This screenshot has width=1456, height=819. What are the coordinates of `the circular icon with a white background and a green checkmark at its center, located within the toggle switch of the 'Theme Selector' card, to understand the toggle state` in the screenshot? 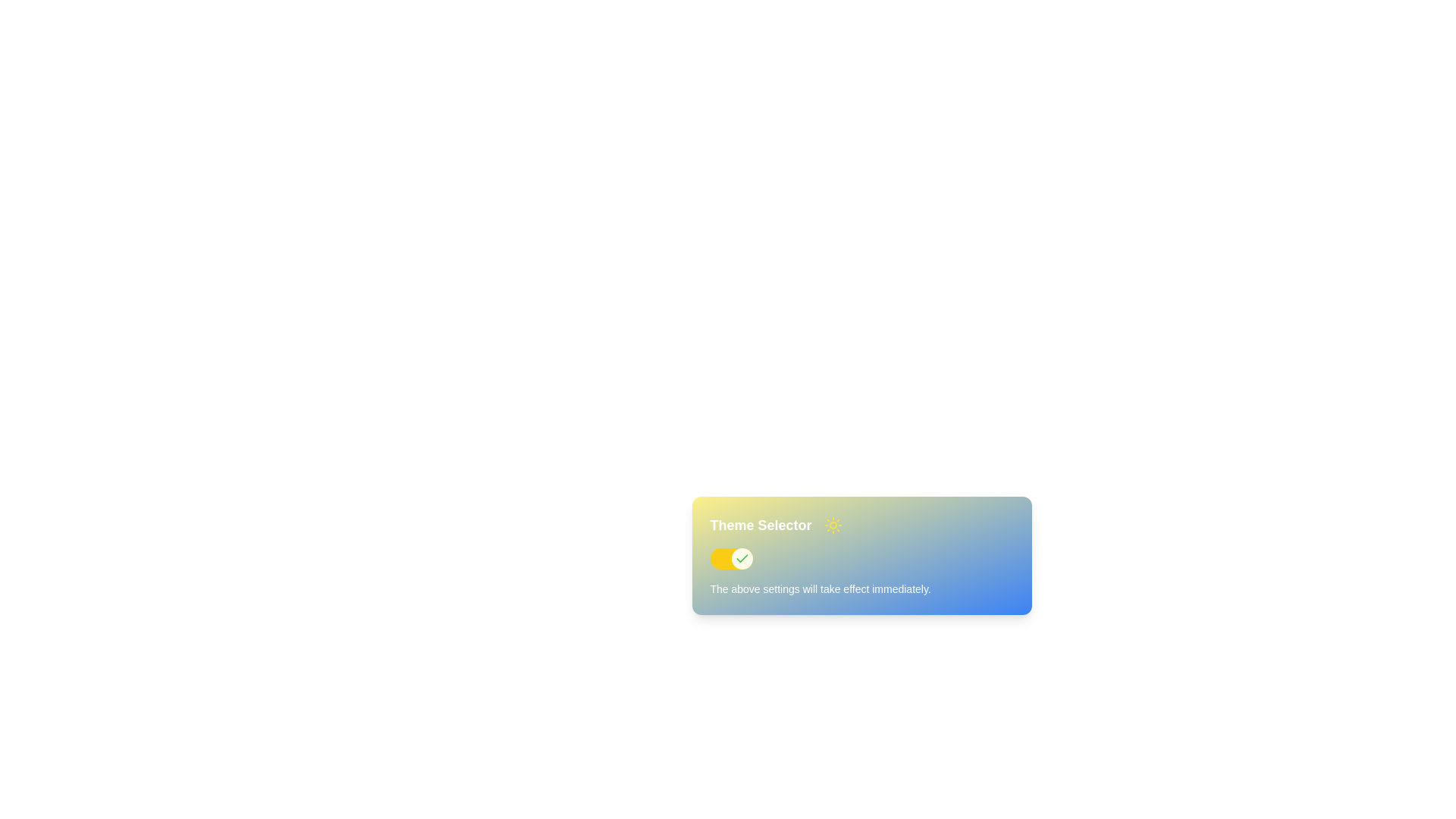 It's located at (742, 558).